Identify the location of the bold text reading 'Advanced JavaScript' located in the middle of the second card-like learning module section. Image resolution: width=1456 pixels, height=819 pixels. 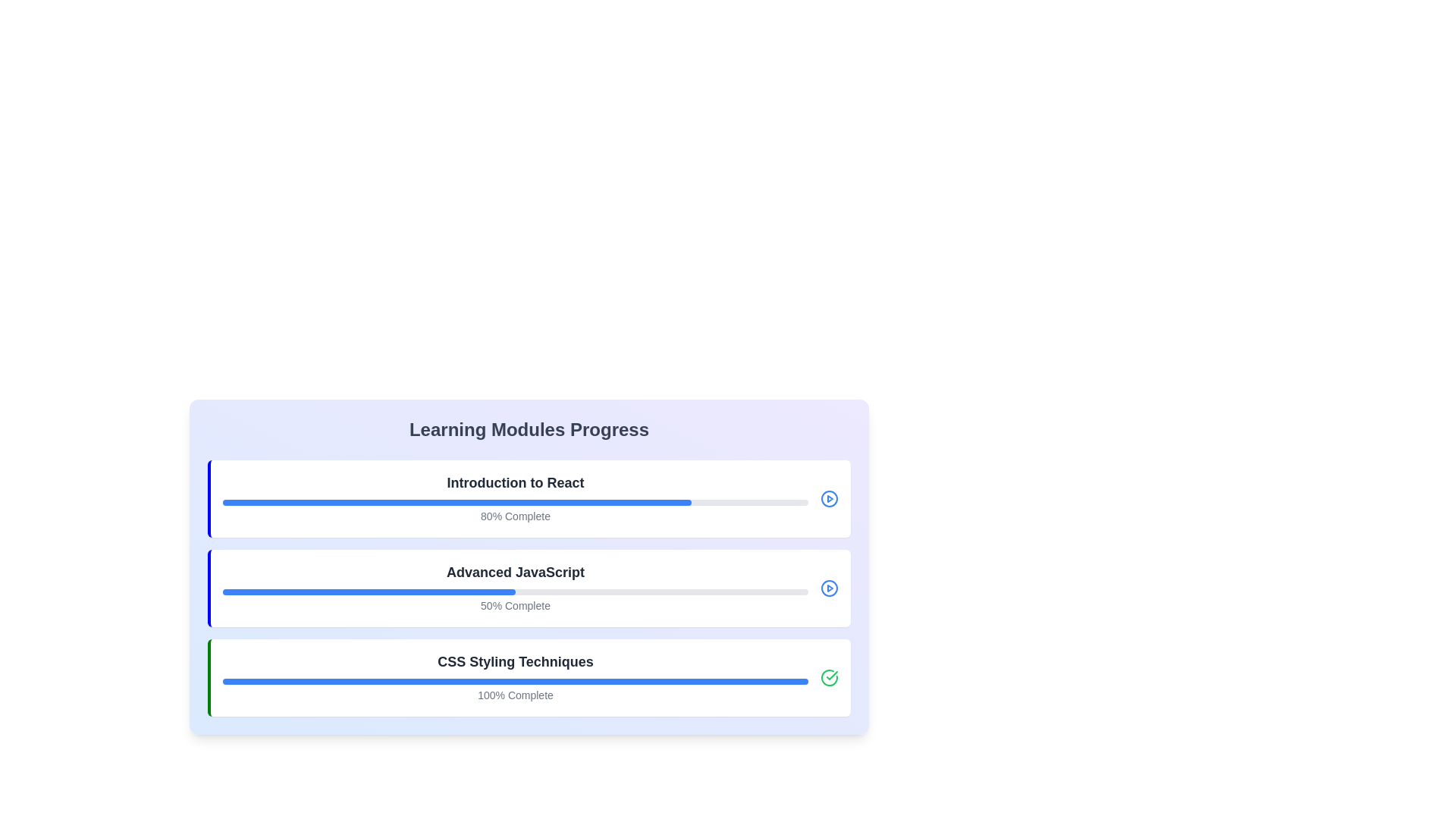
(516, 573).